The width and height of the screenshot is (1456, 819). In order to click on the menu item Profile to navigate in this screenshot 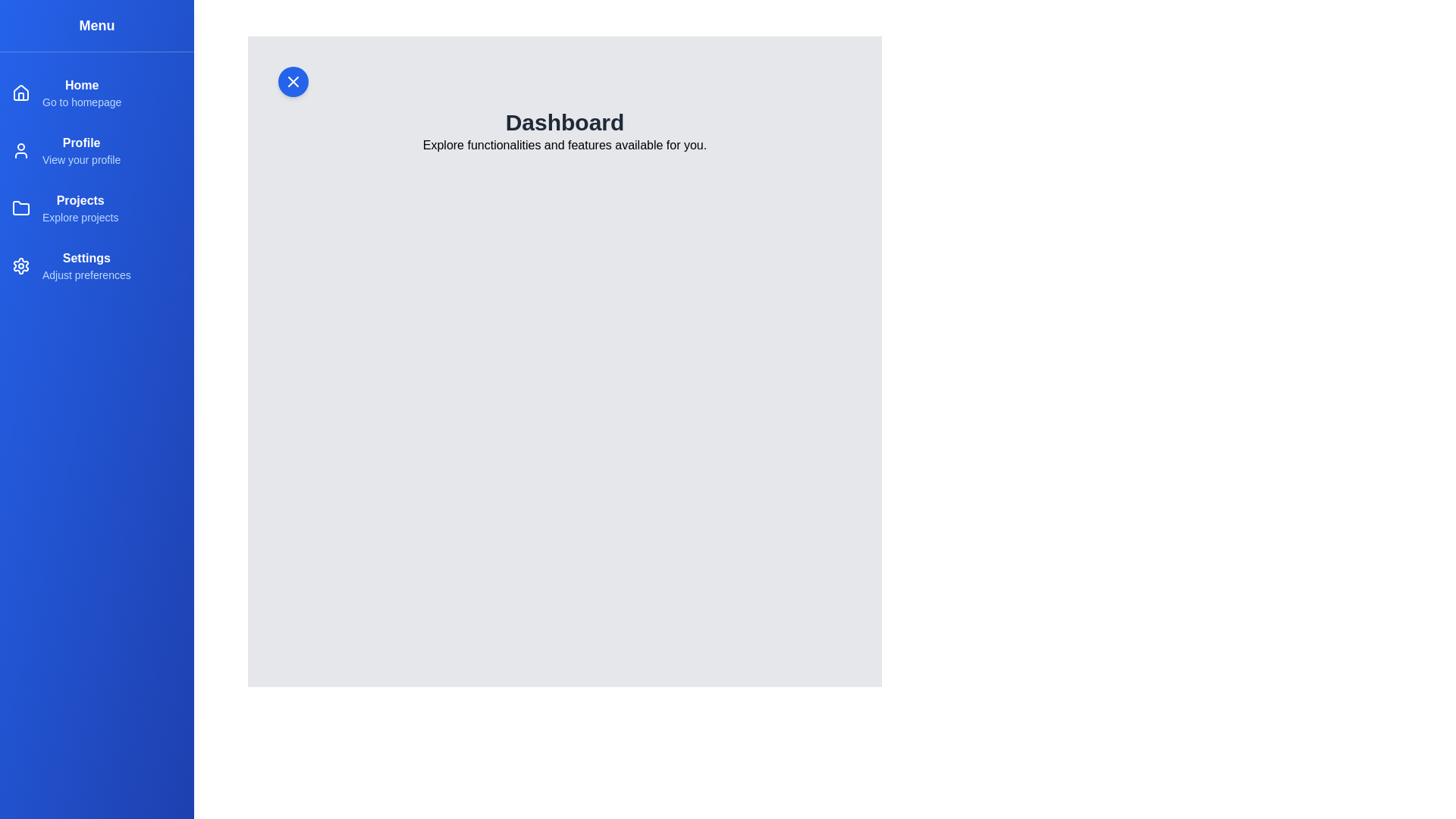, I will do `click(80, 143)`.